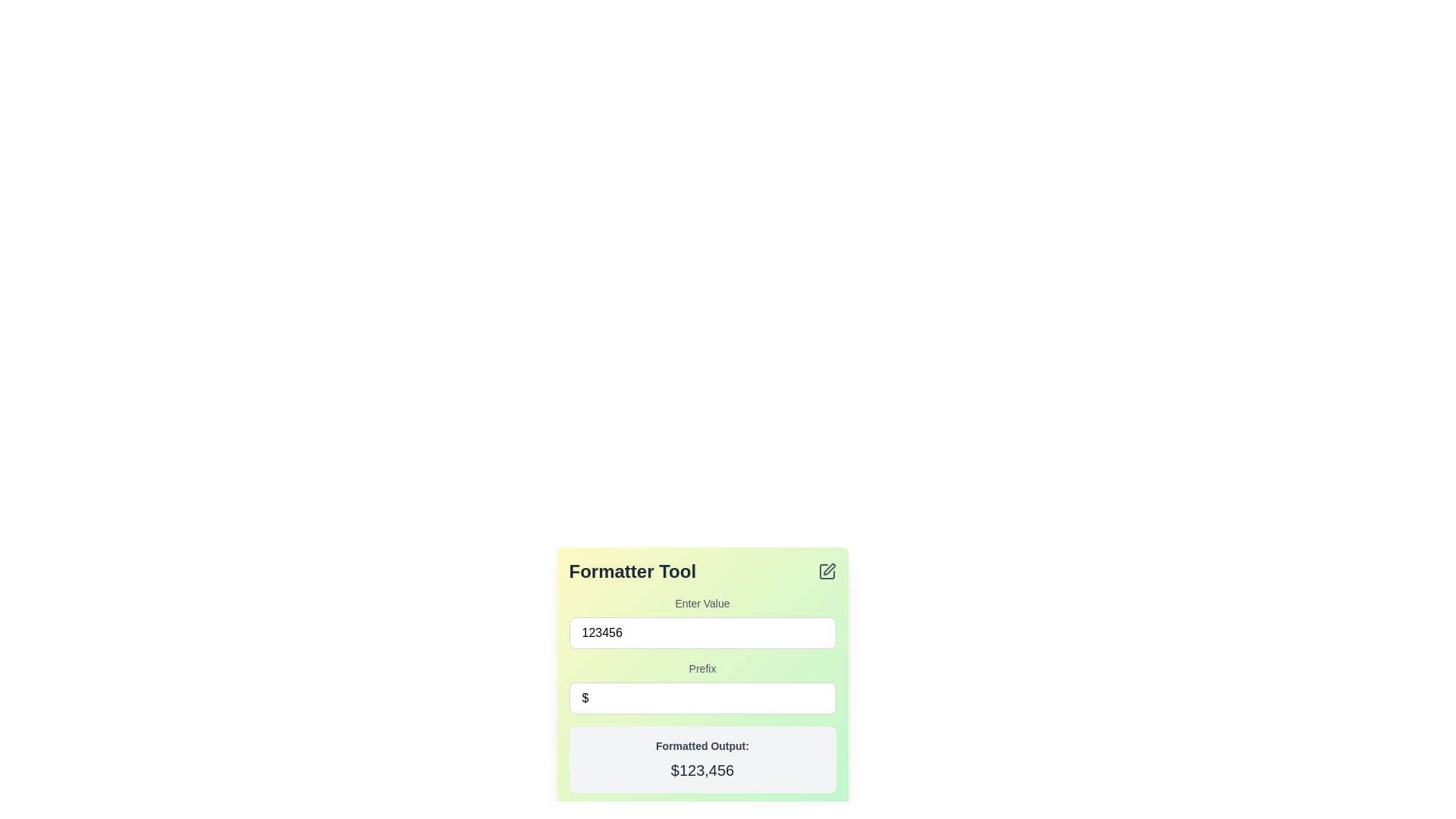 This screenshot has height=819, width=1456. I want to click on the Edit Symbol icon located in the top-right corner of the 'Formatter Tool' panel to initiate an editing interaction, so click(826, 571).